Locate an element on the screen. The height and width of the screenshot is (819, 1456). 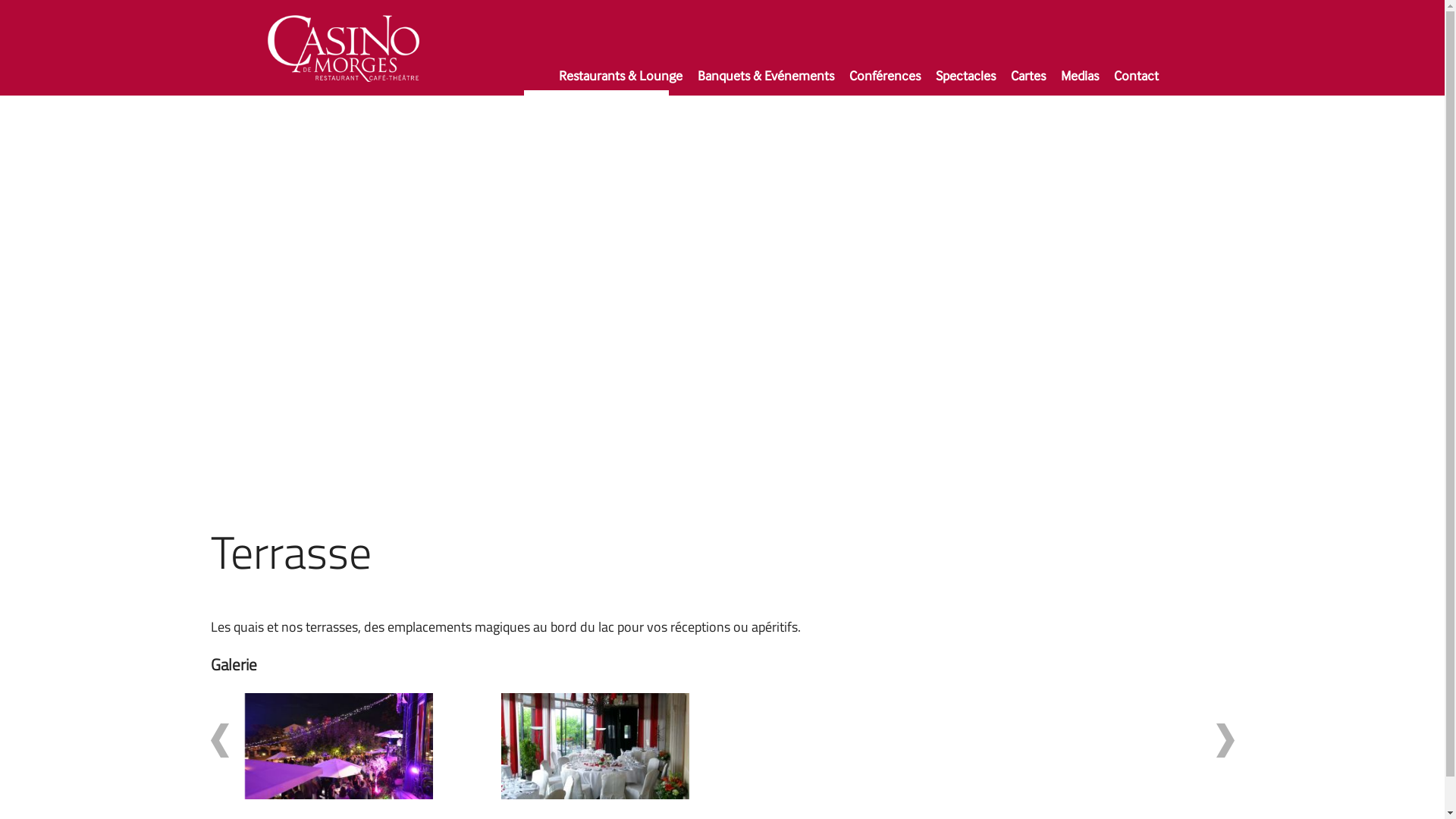
'Restaurants & Lounge' is located at coordinates (620, 82).